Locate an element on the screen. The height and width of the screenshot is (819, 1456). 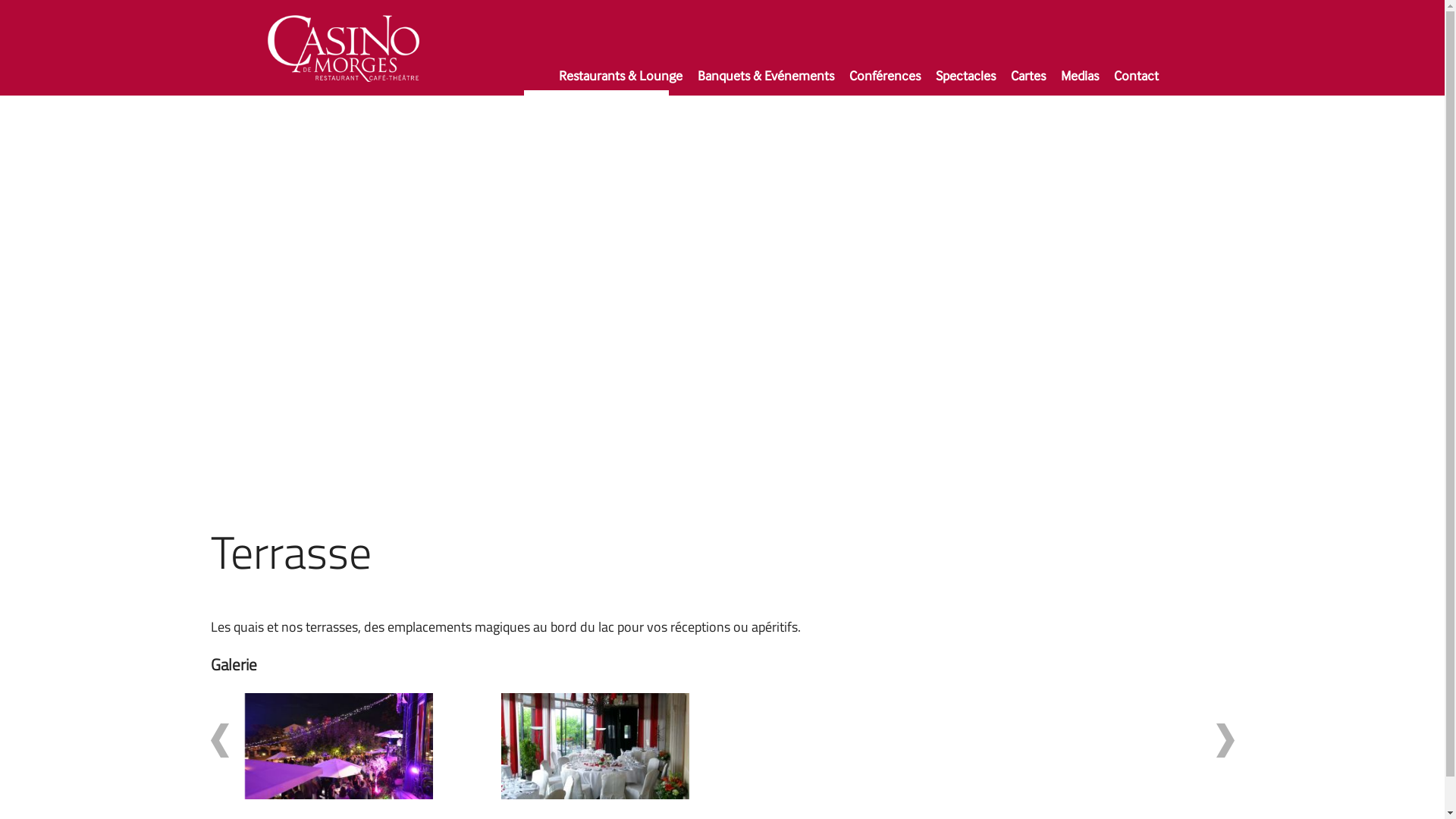
'Restaurants & Lounge' is located at coordinates (620, 82).